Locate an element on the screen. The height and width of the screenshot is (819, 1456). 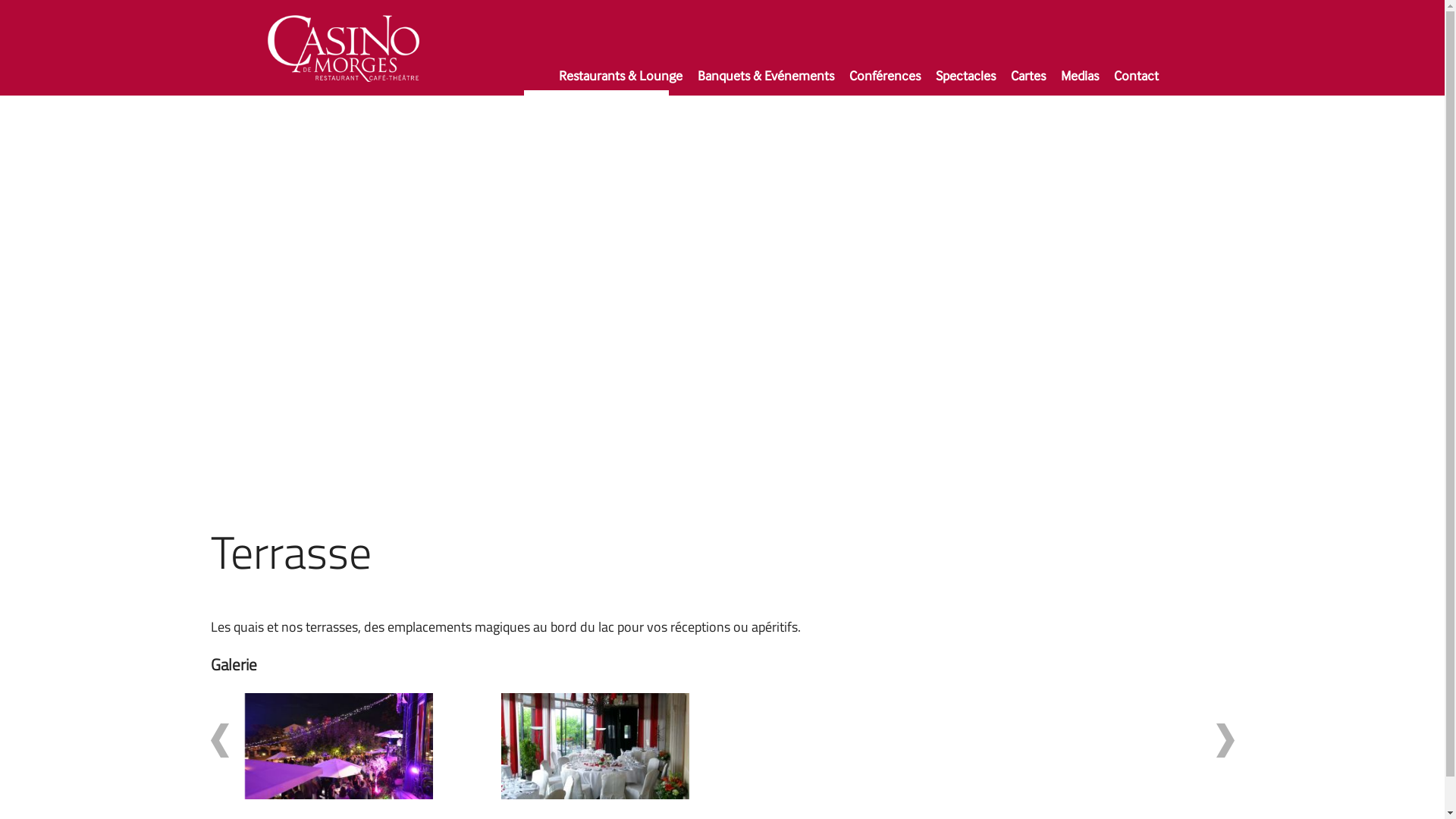
'Restaurants & Lounge' is located at coordinates (620, 82).